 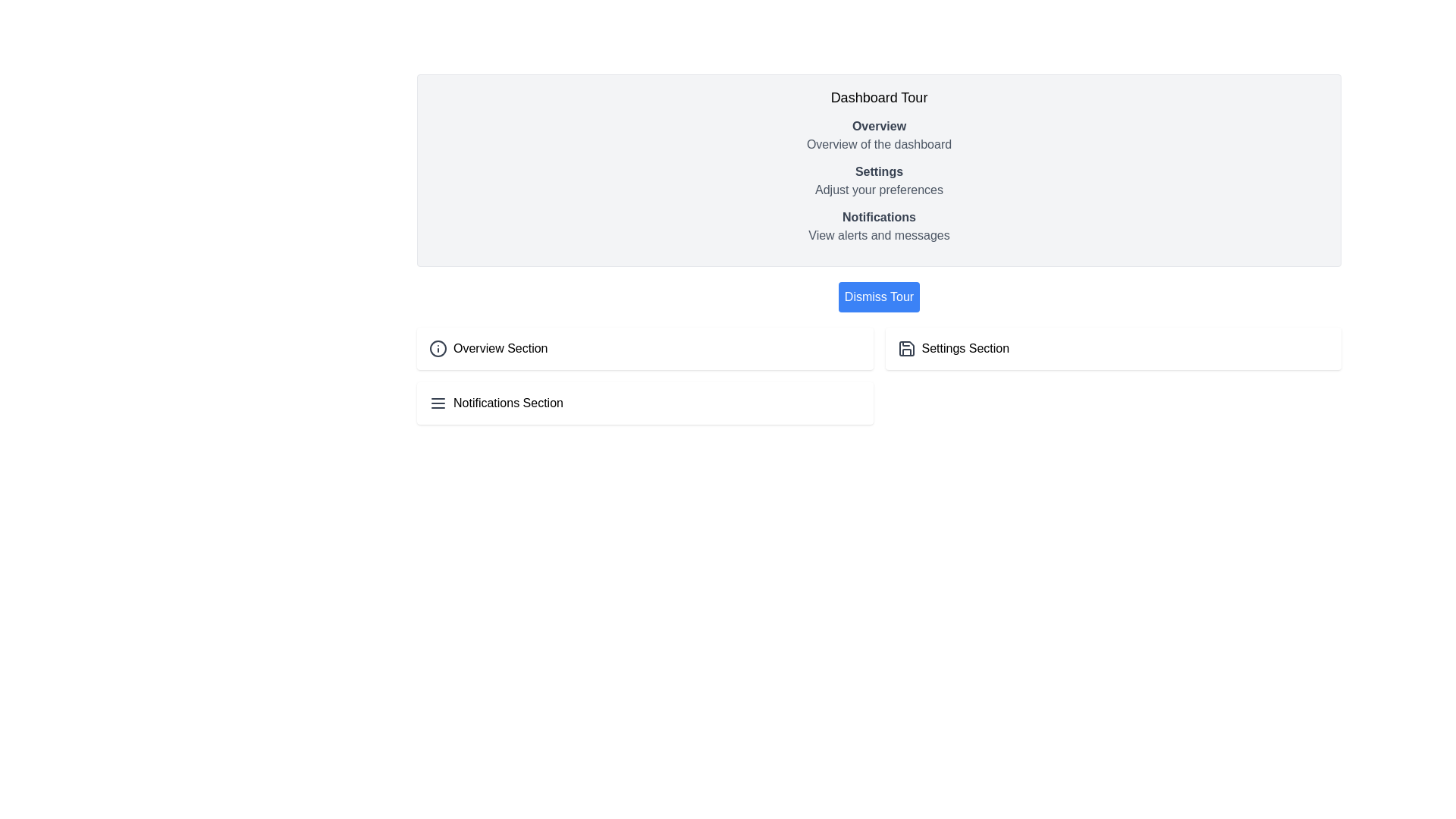 I want to click on the circular icon with a hollow center and a vertical line ending with a dot at the top, located in the 'Overview Section', so click(x=437, y=348).